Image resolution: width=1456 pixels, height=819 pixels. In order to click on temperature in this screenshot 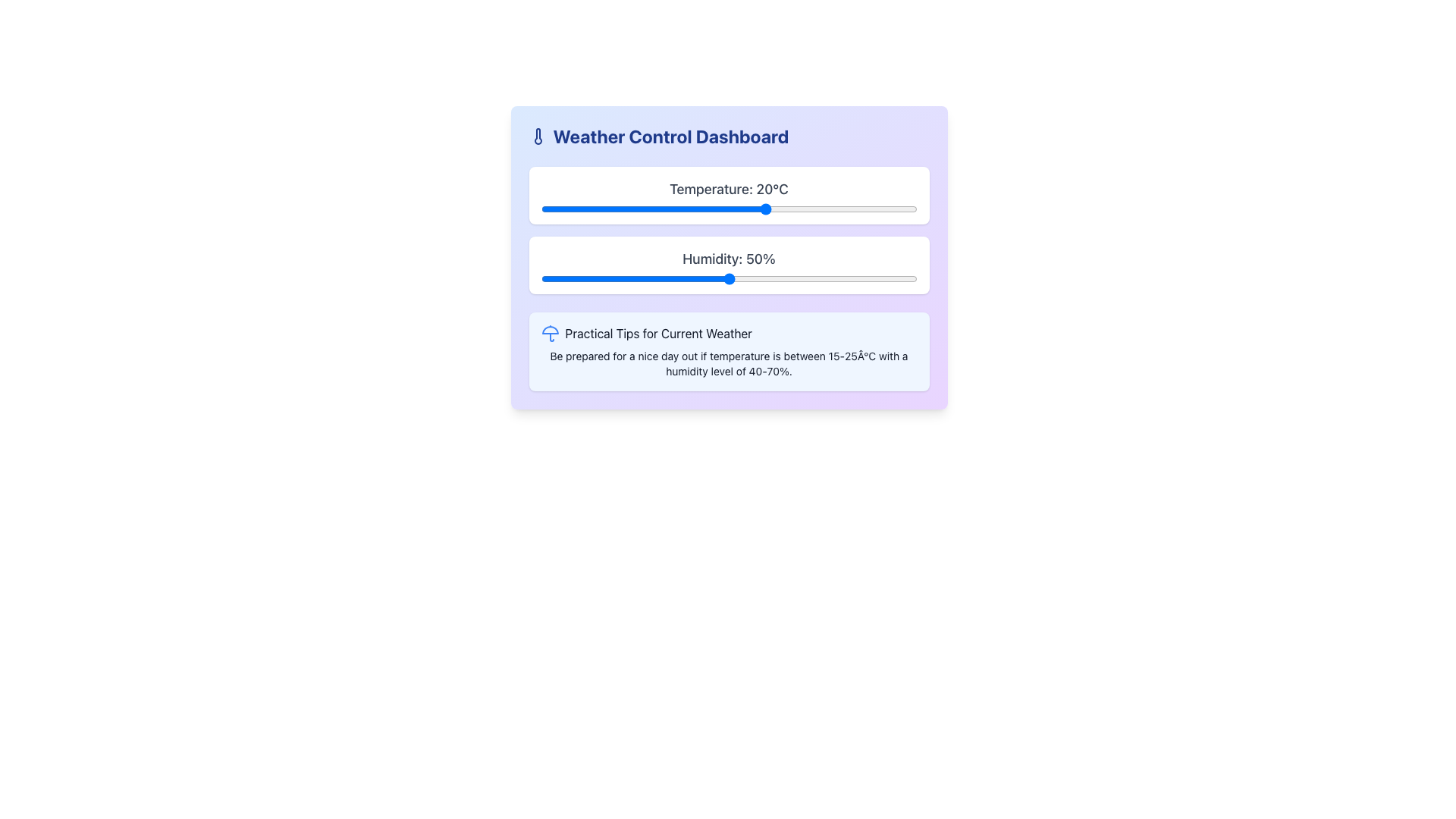, I will do `click(744, 209)`.